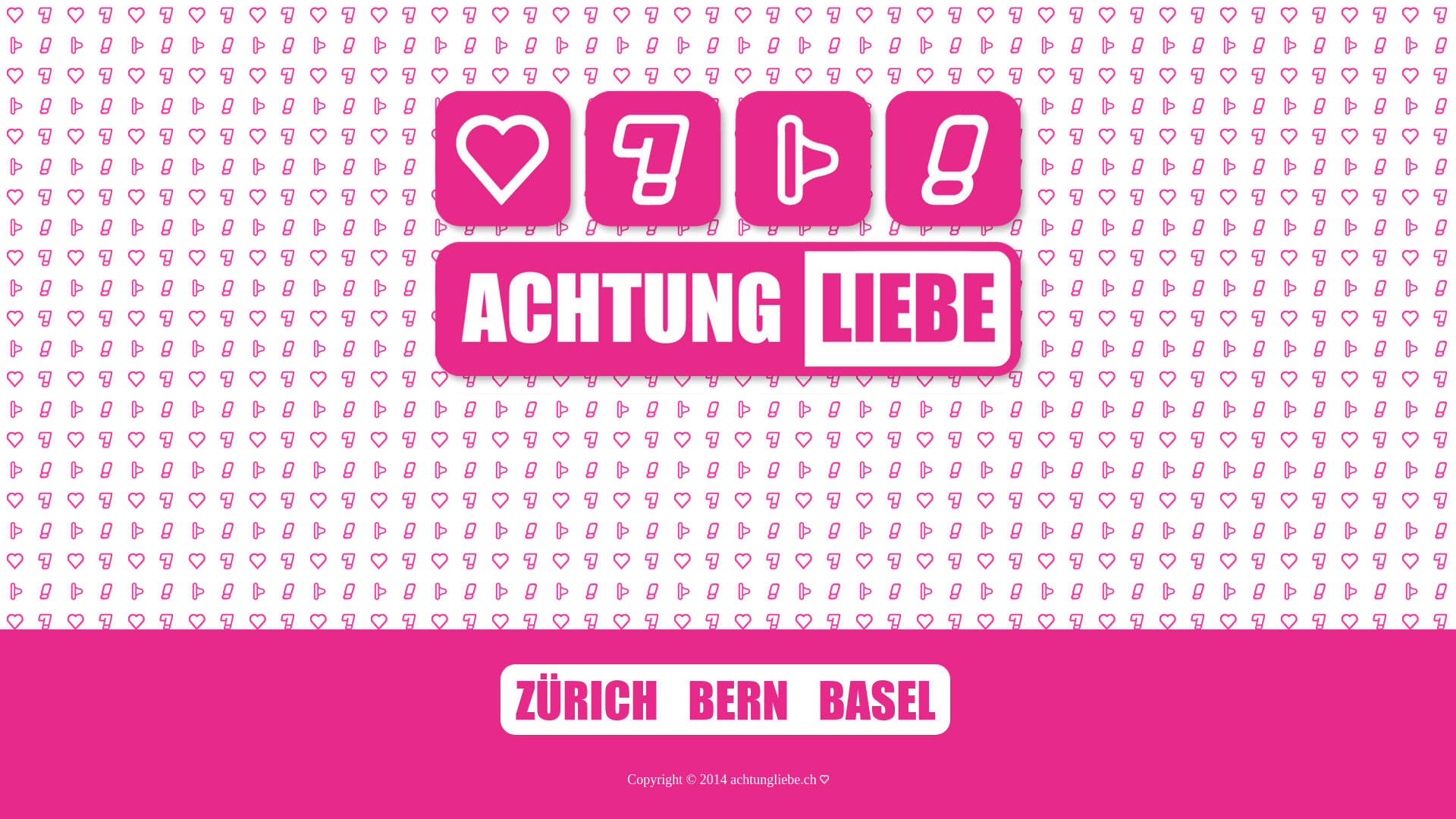 The height and width of the screenshot is (819, 1456). I want to click on 'achtungliebe.ch', so click(773, 780).